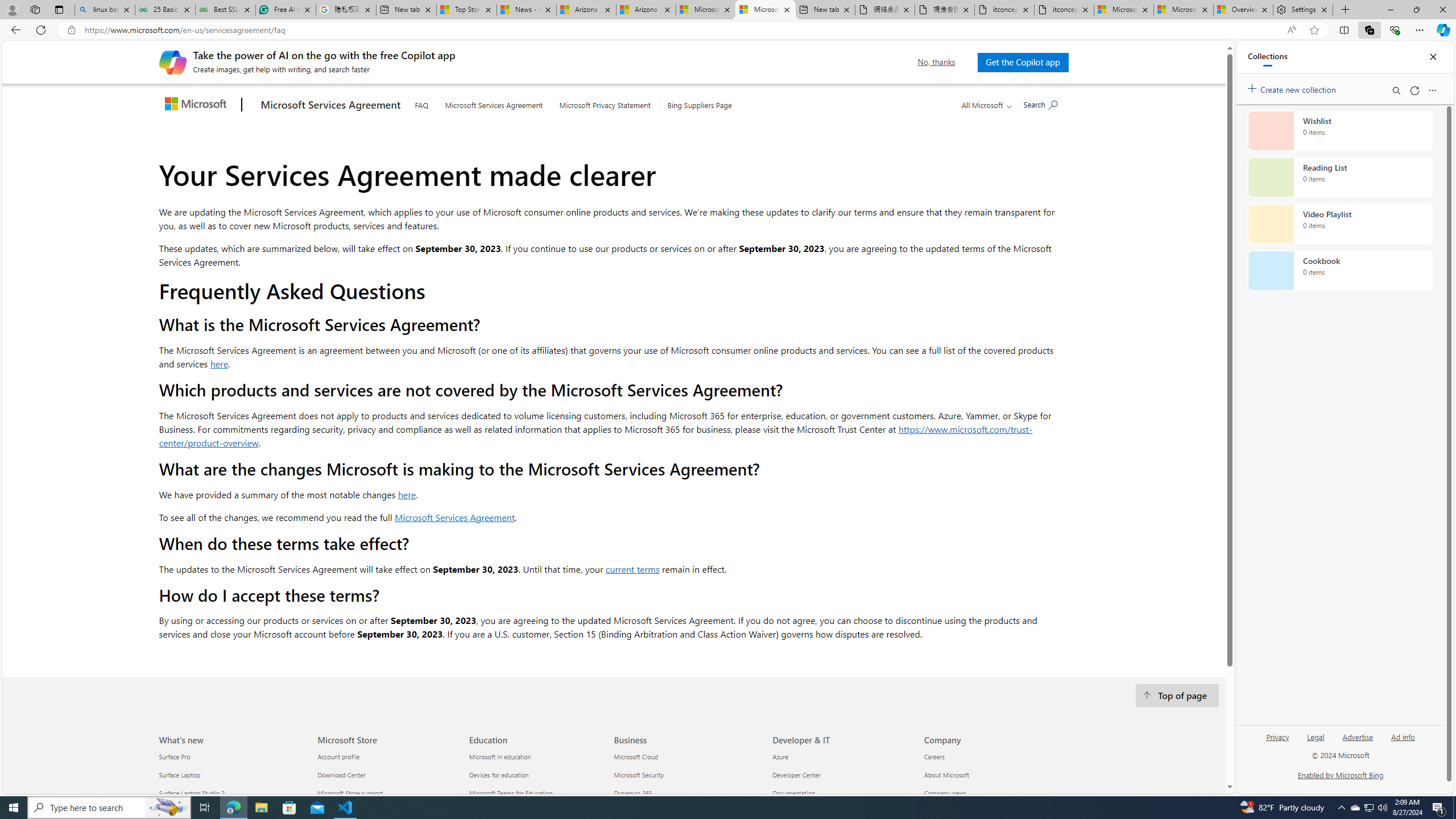 This screenshot has width=1456, height=819. What do you see at coordinates (1022, 61) in the screenshot?
I see `'Get the Copilot app '` at bounding box center [1022, 61].